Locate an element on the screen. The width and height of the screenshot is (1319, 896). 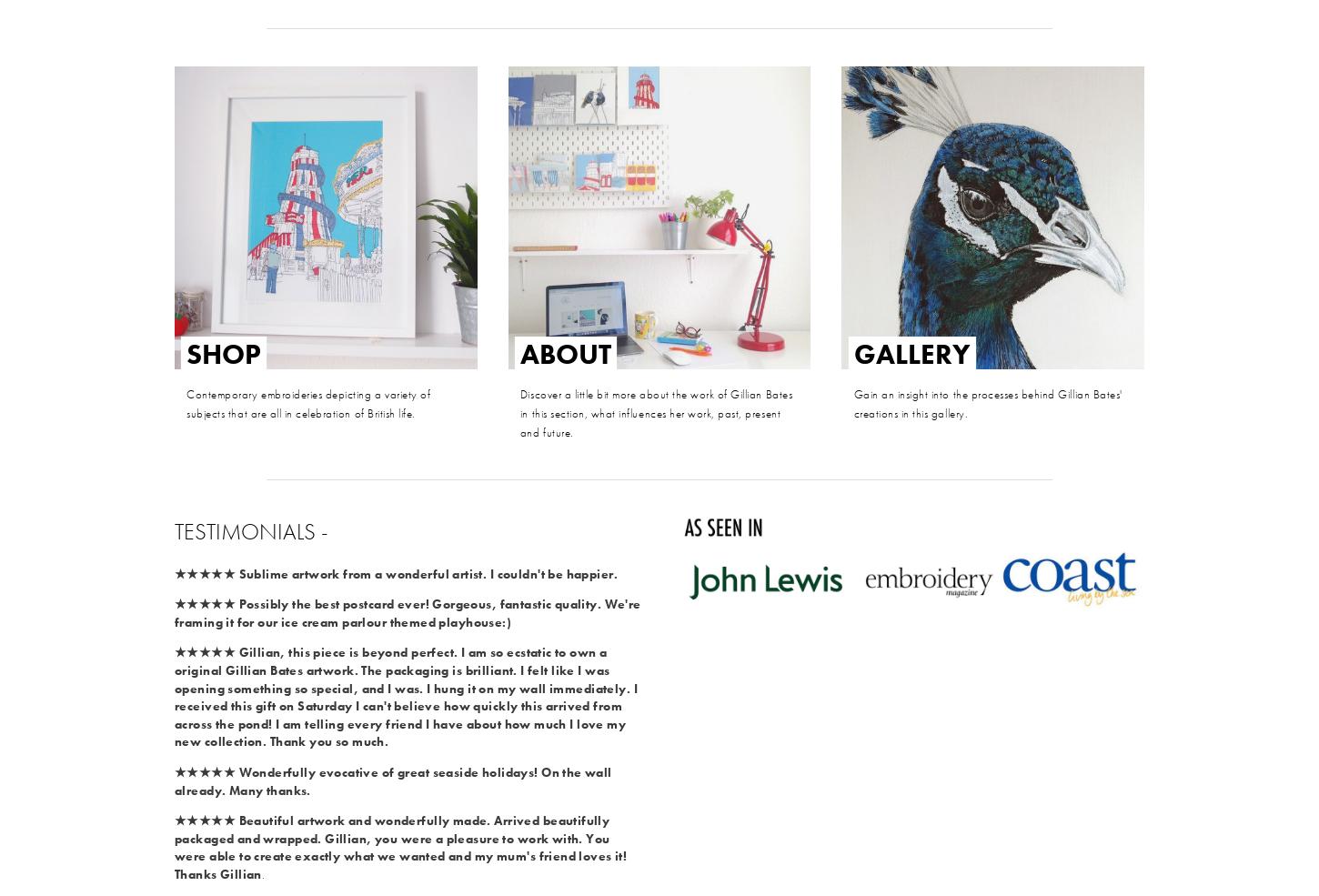
'.' is located at coordinates (262, 872).